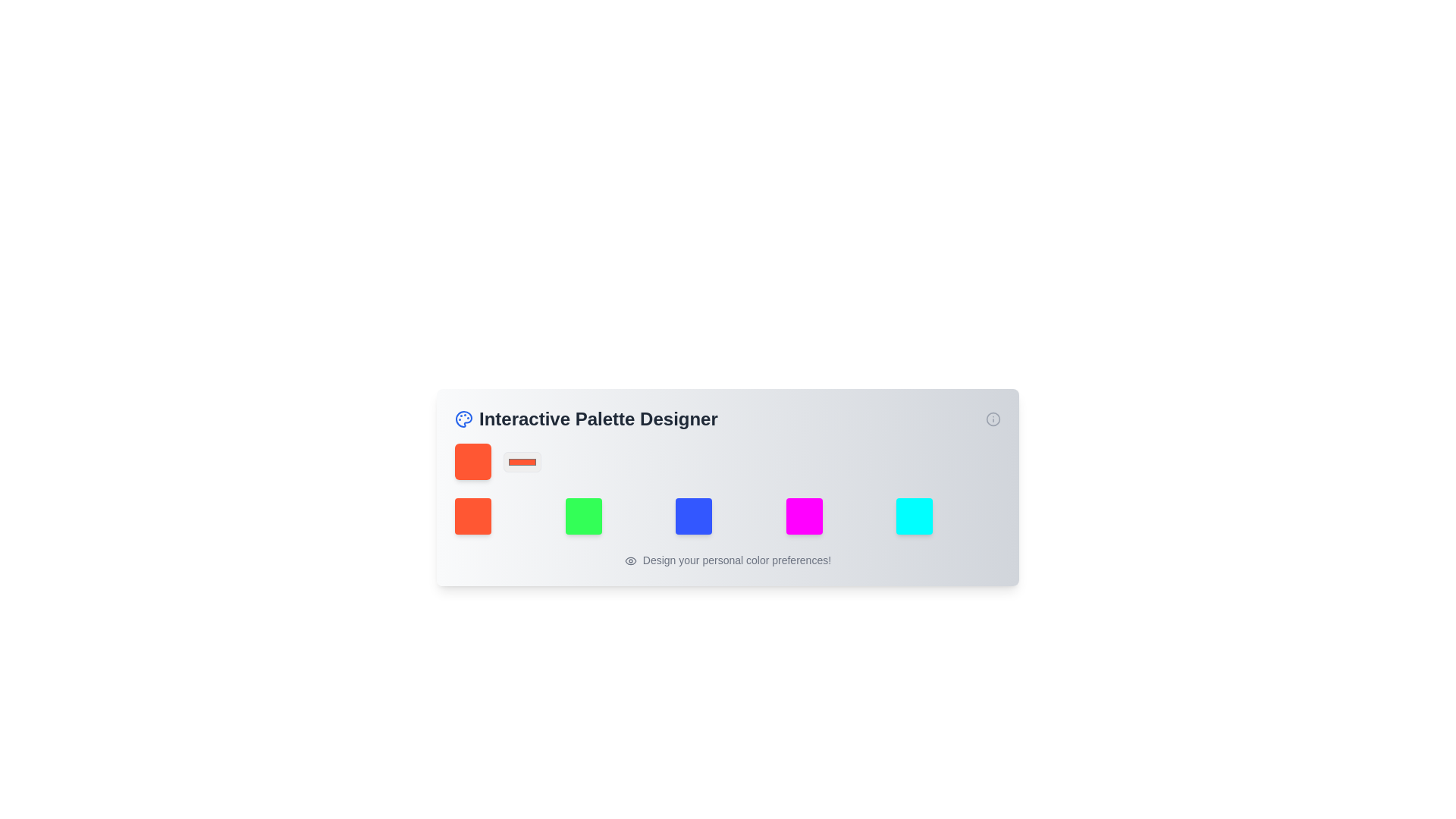 The height and width of the screenshot is (819, 1456). I want to click on the circular button with a cyan background located at the bottom-right section of the interface to interact, so click(914, 516).